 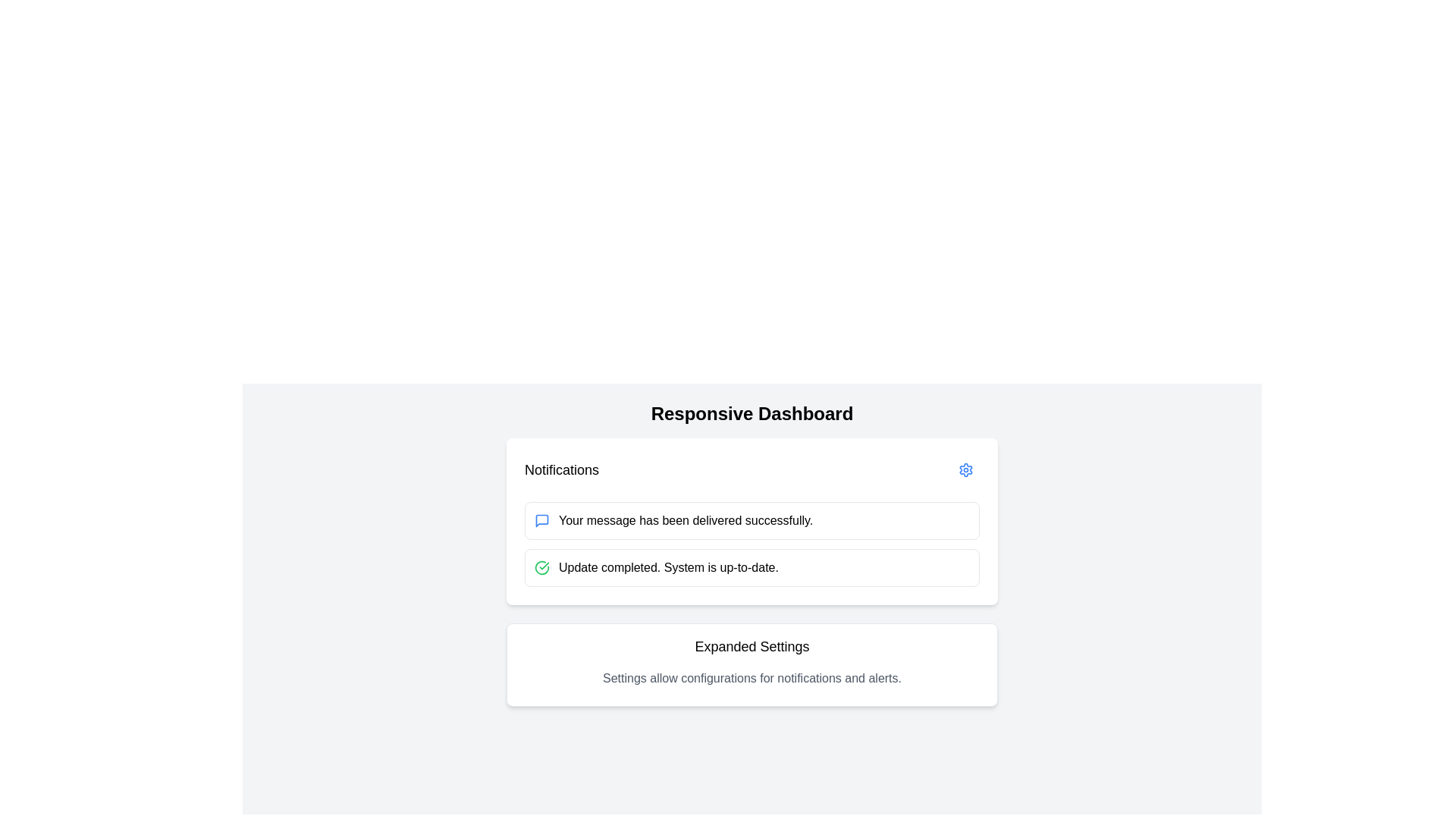 I want to click on the non-interactive graphical icon used for visual representation of a message or notification feature, located in the top-right section of the interface adjacent to the 'Notifications' heading, so click(x=542, y=519).